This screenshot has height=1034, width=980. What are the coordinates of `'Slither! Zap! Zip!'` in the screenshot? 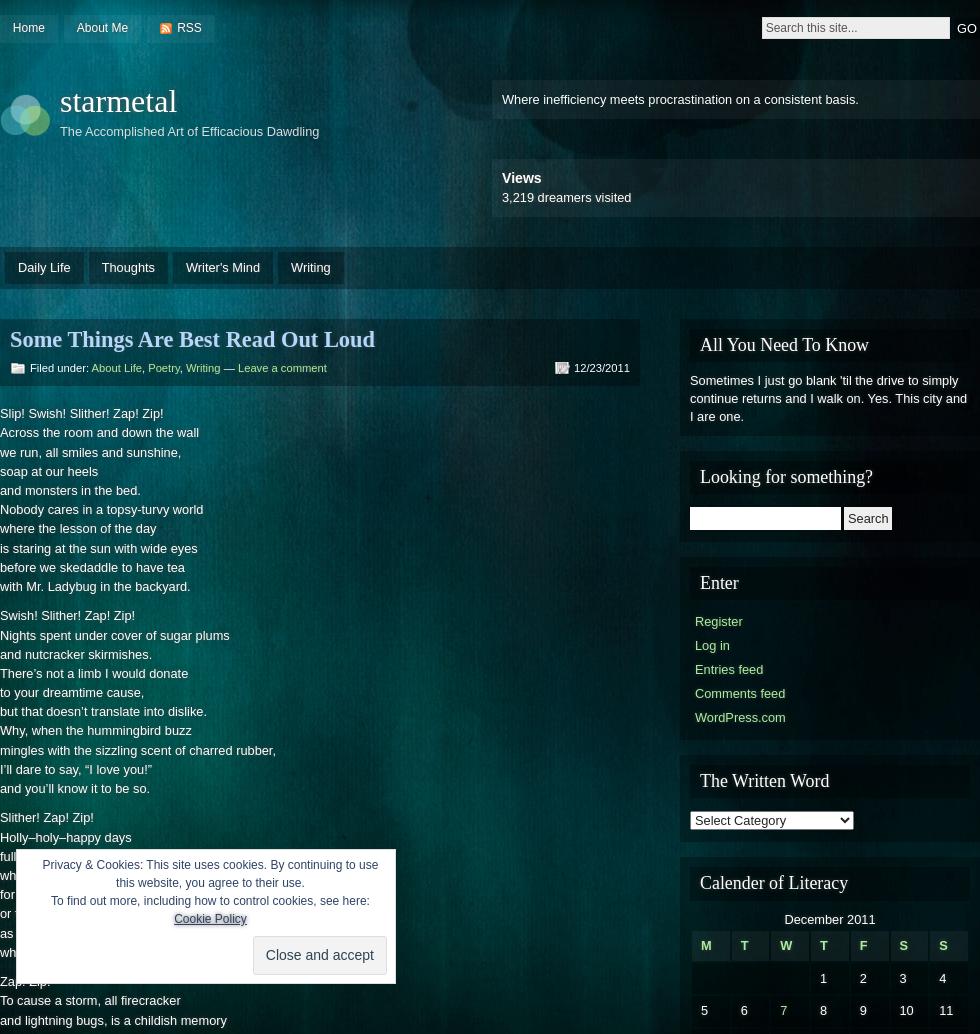 It's located at (0, 816).